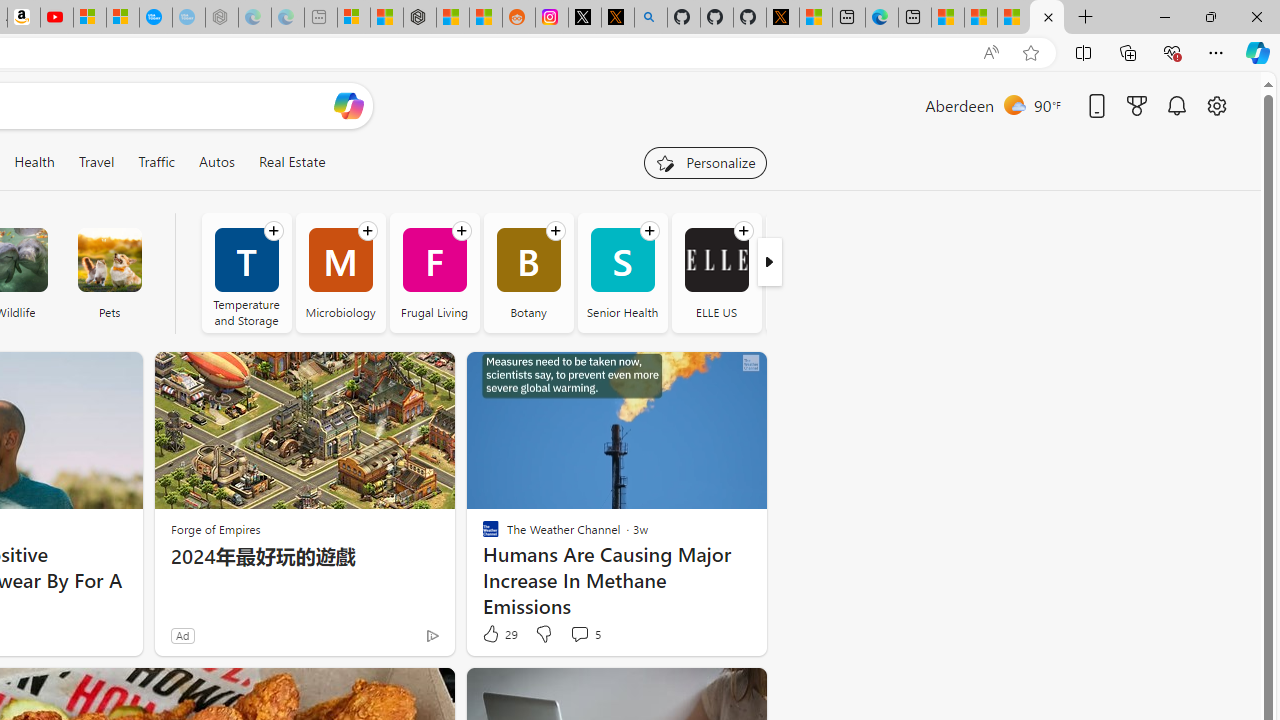 The image size is (1280, 720). Describe the element at coordinates (56, 17) in the screenshot. I see `'Day 1: Arriving in Yemen (surreal to be here) - YouTube'` at that location.